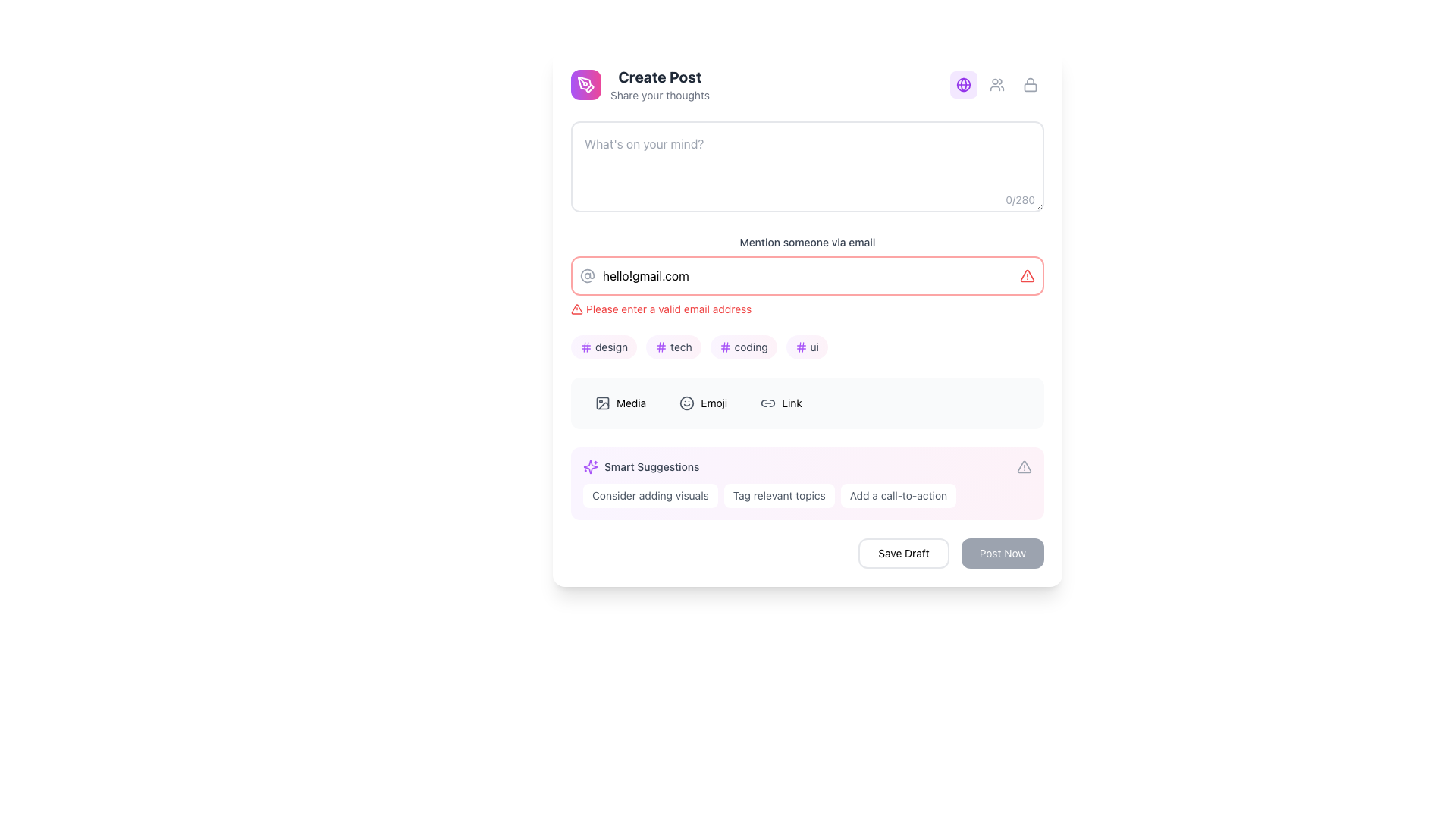  What do you see at coordinates (807, 309) in the screenshot?
I see `the warning message styled in small red text with a triangular alert icon, located directly below the email input field` at bounding box center [807, 309].